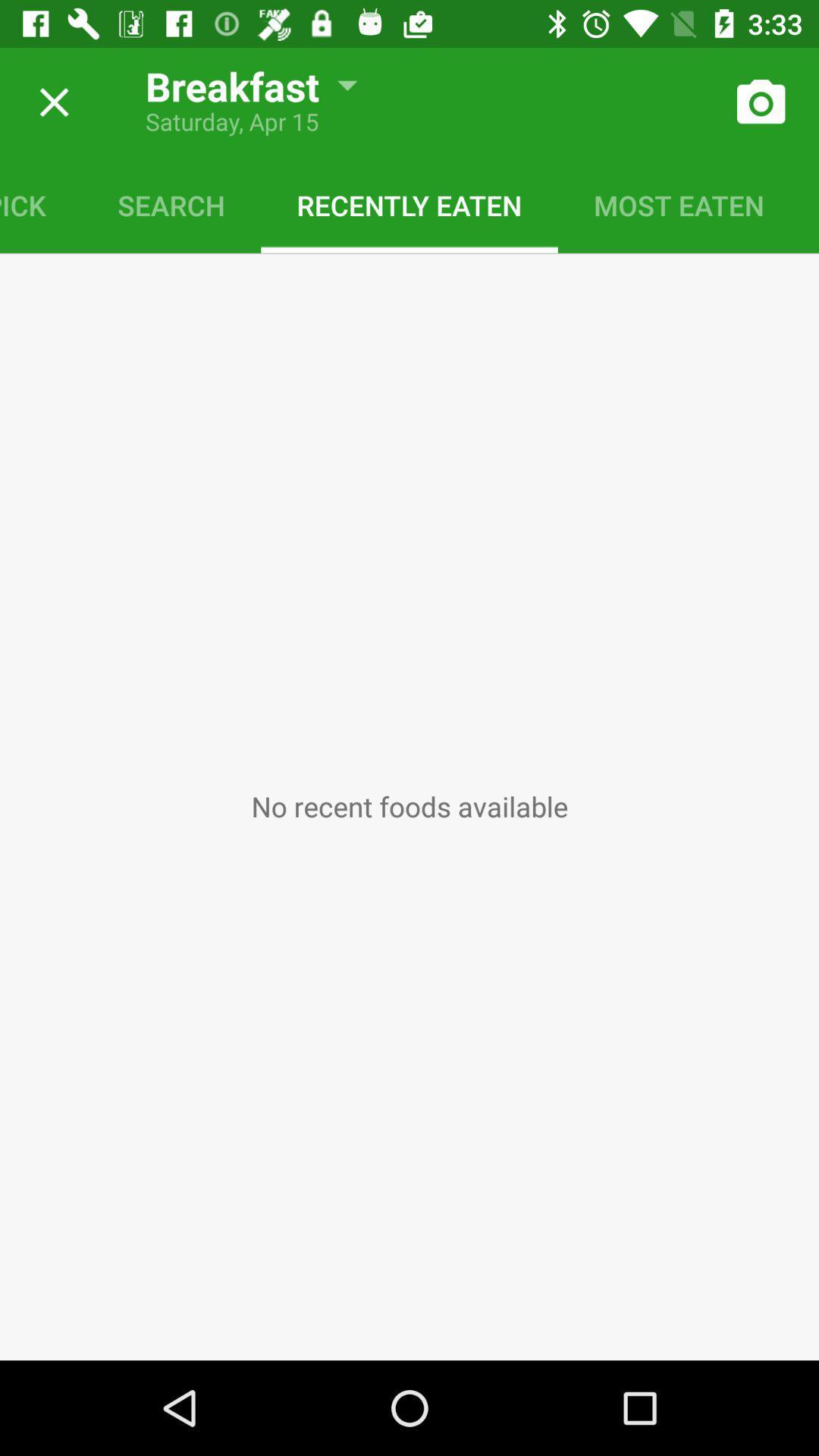 The image size is (819, 1456). I want to click on item to the right of the breakfast icon, so click(760, 102).